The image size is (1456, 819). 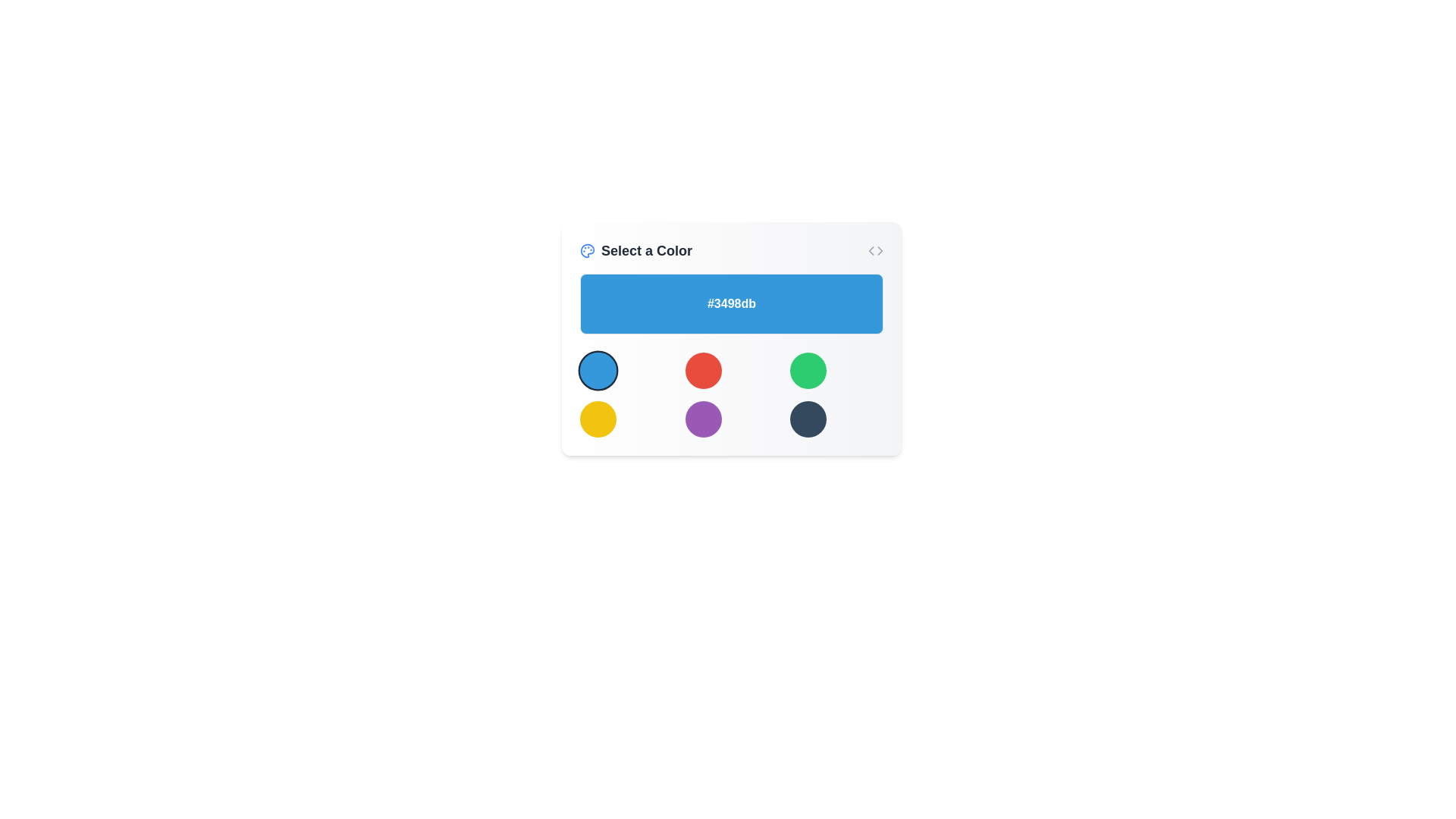 What do you see at coordinates (731, 338) in the screenshot?
I see `the color code element within the Interactive color selection widget located beneath the title 'Select a Color'` at bounding box center [731, 338].